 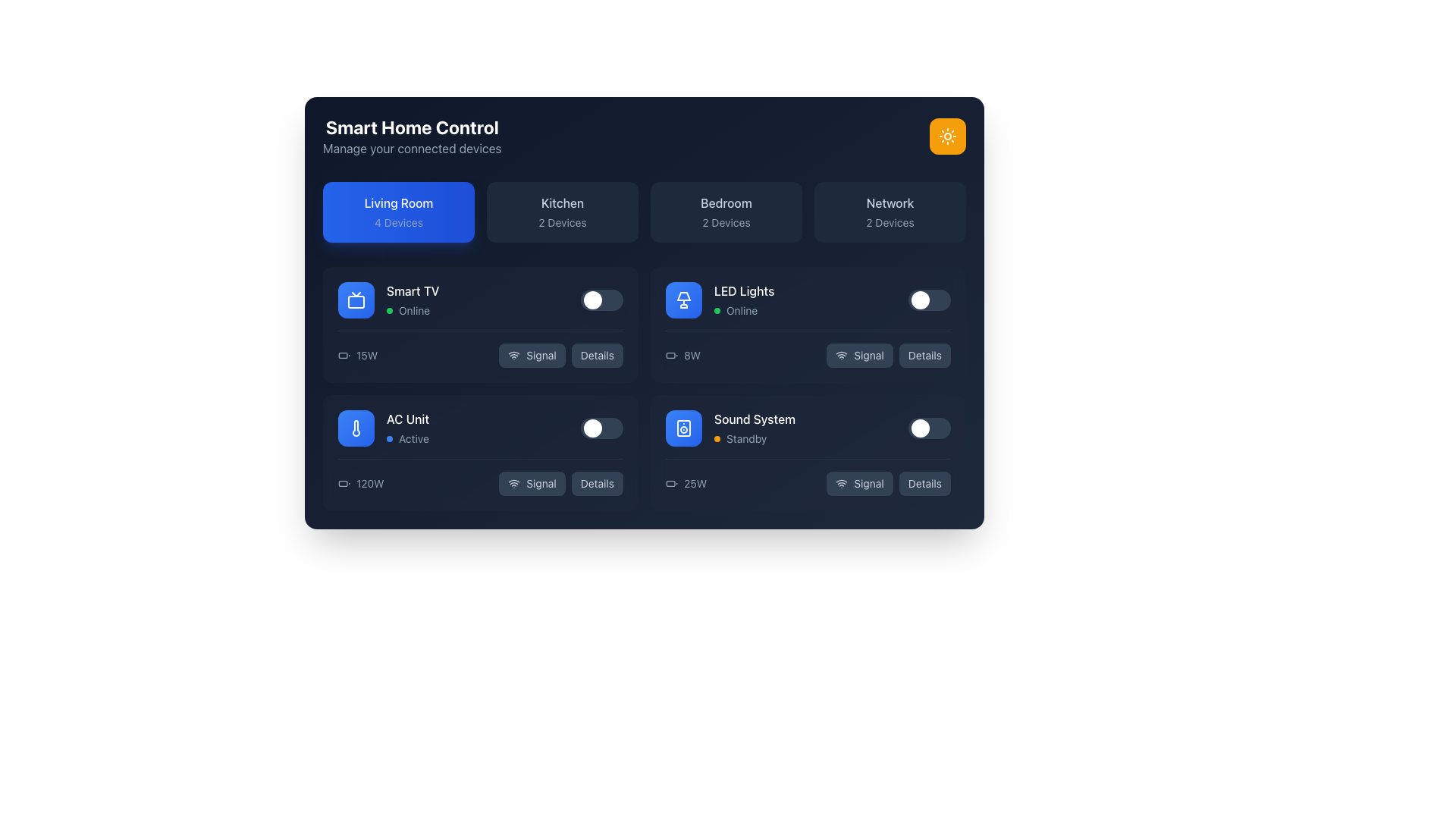 What do you see at coordinates (596, 356) in the screenshot?
I see `the 'Details' button located in the 'LED Lights' section of the 'Living Room' category to observe any hover effects` at bounding box center [596, 356].